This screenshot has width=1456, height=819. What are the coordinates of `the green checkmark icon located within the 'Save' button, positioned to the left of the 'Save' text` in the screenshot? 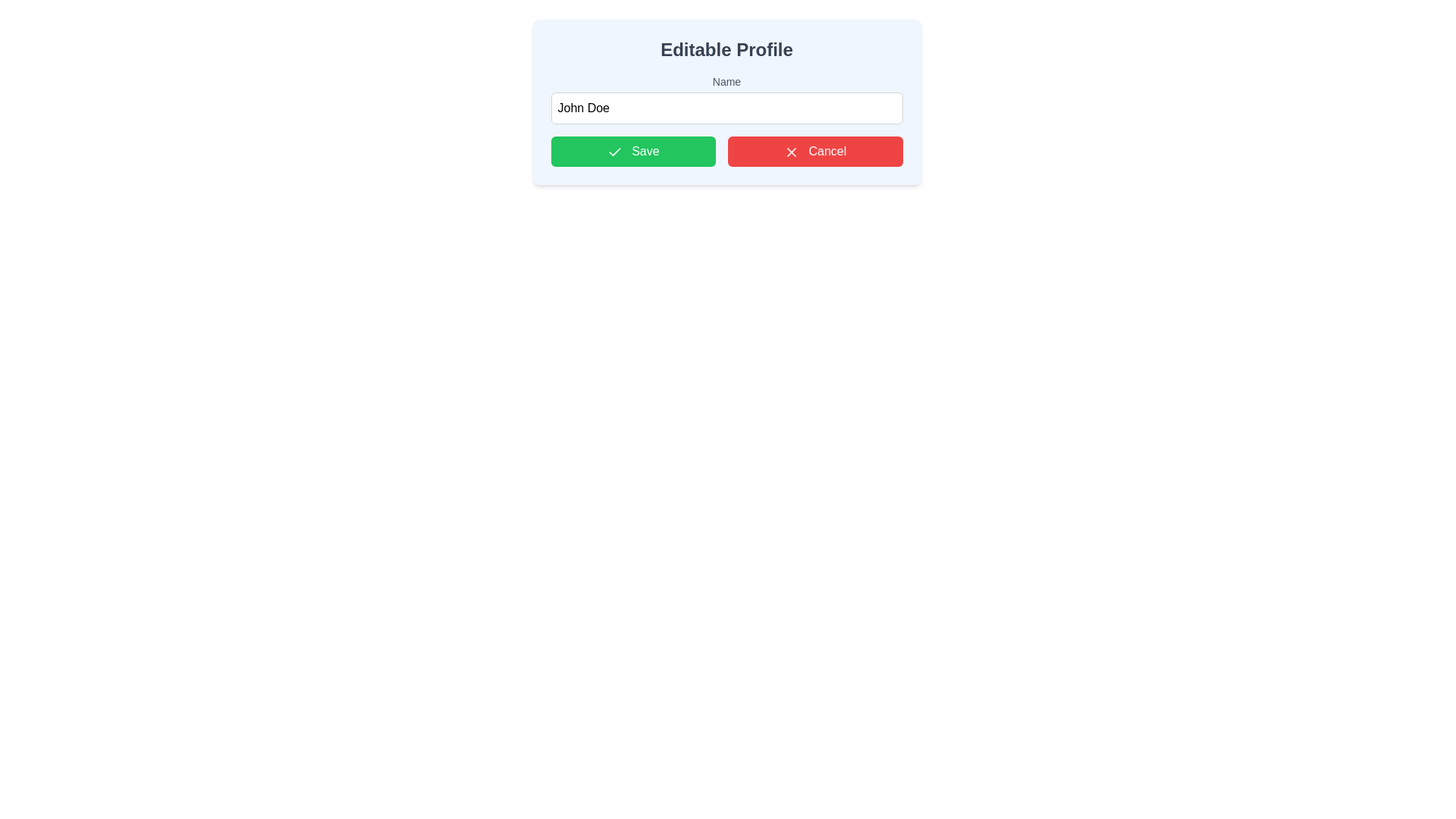 It's located at (614, 152).